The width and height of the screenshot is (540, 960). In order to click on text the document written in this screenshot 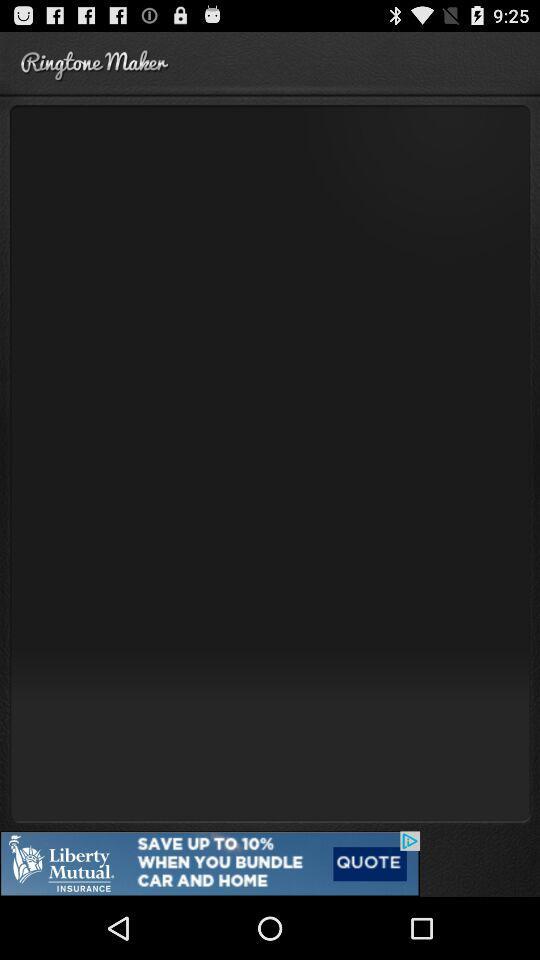, I will do `click(270, 462)`.